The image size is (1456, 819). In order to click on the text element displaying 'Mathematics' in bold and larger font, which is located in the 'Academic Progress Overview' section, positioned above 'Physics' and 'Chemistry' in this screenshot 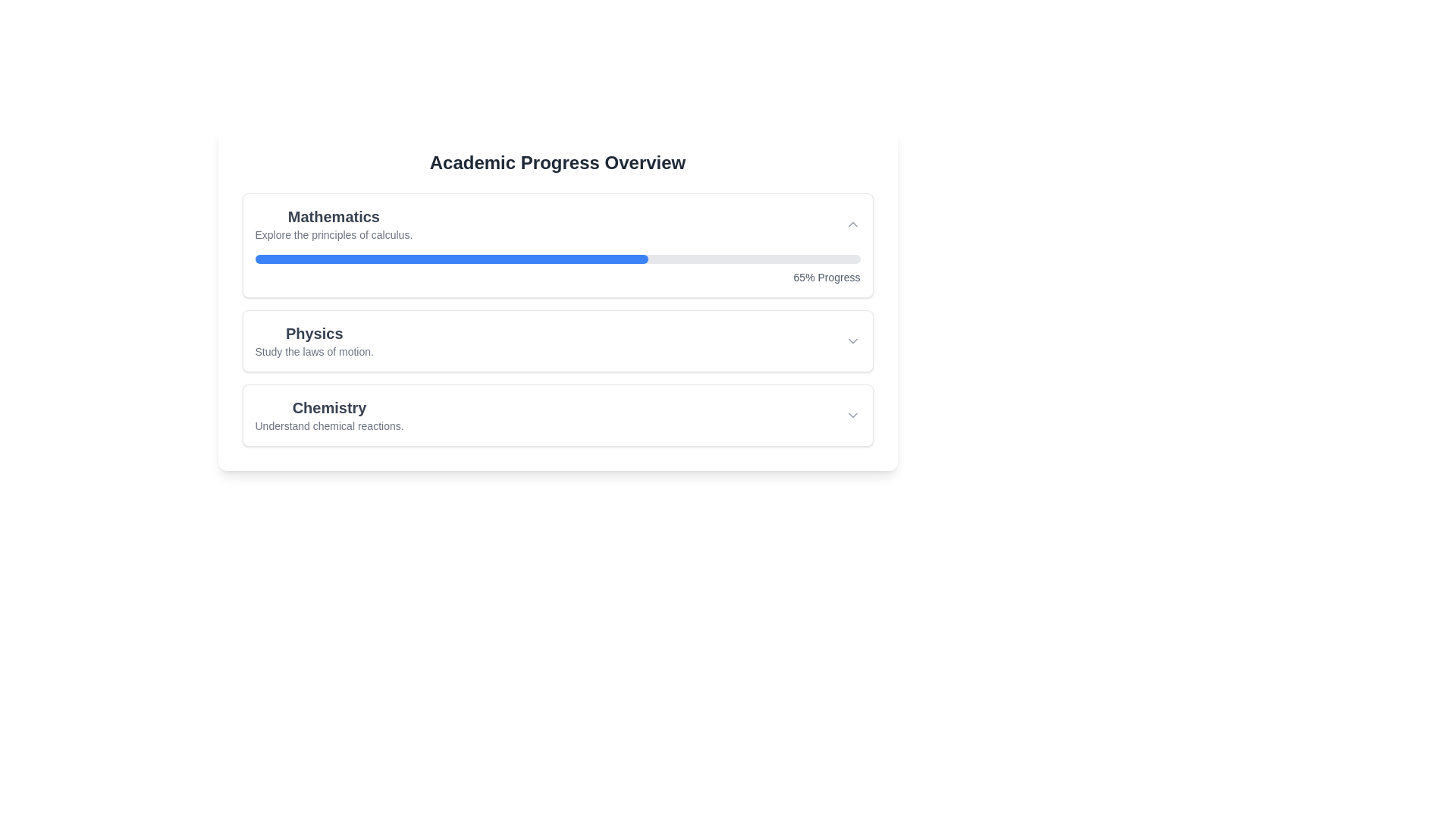, I will do `click(333, 224)`.